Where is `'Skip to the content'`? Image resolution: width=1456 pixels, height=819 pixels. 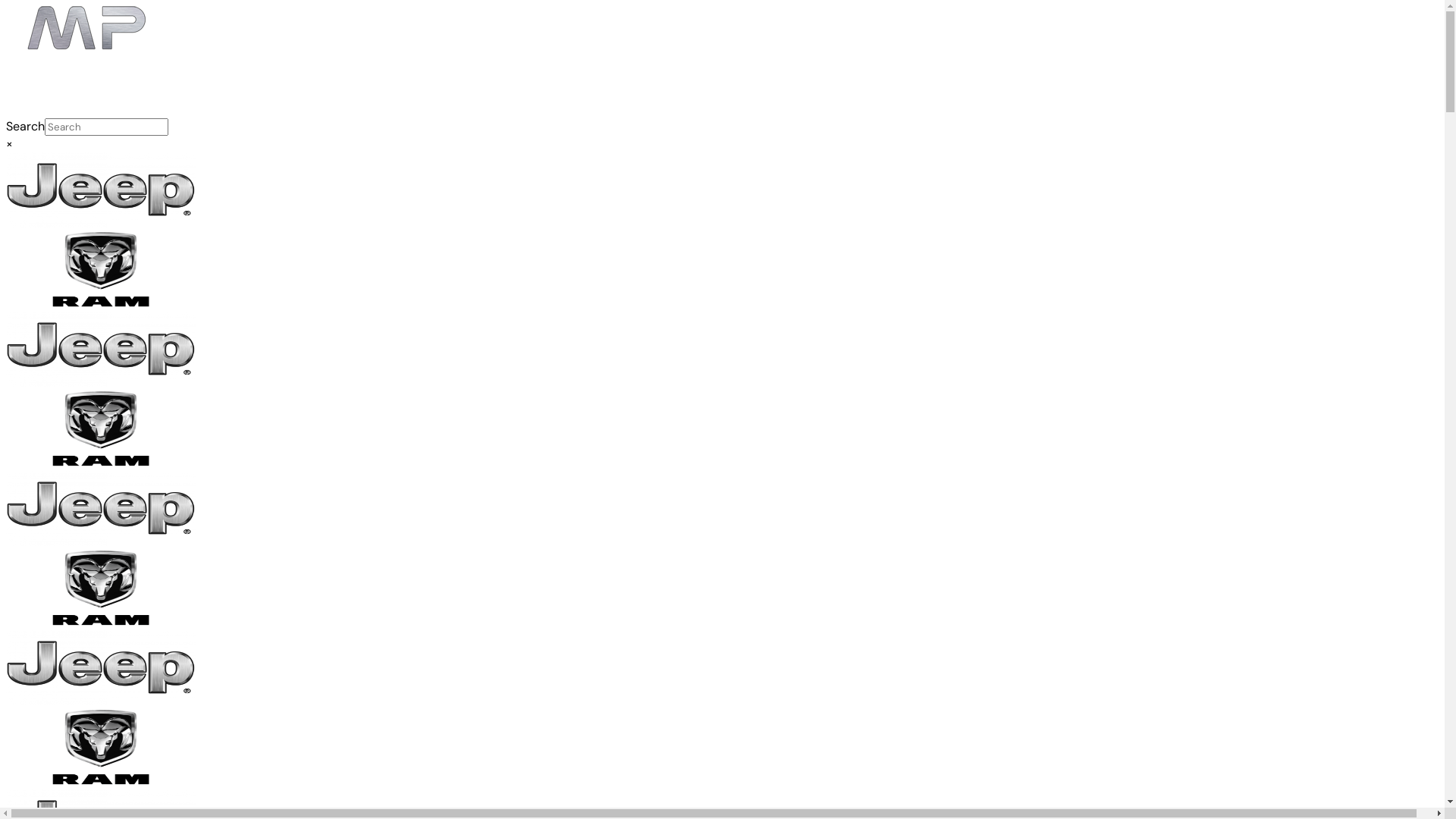 'Skip to the content' is located at coordinates (5, 5).